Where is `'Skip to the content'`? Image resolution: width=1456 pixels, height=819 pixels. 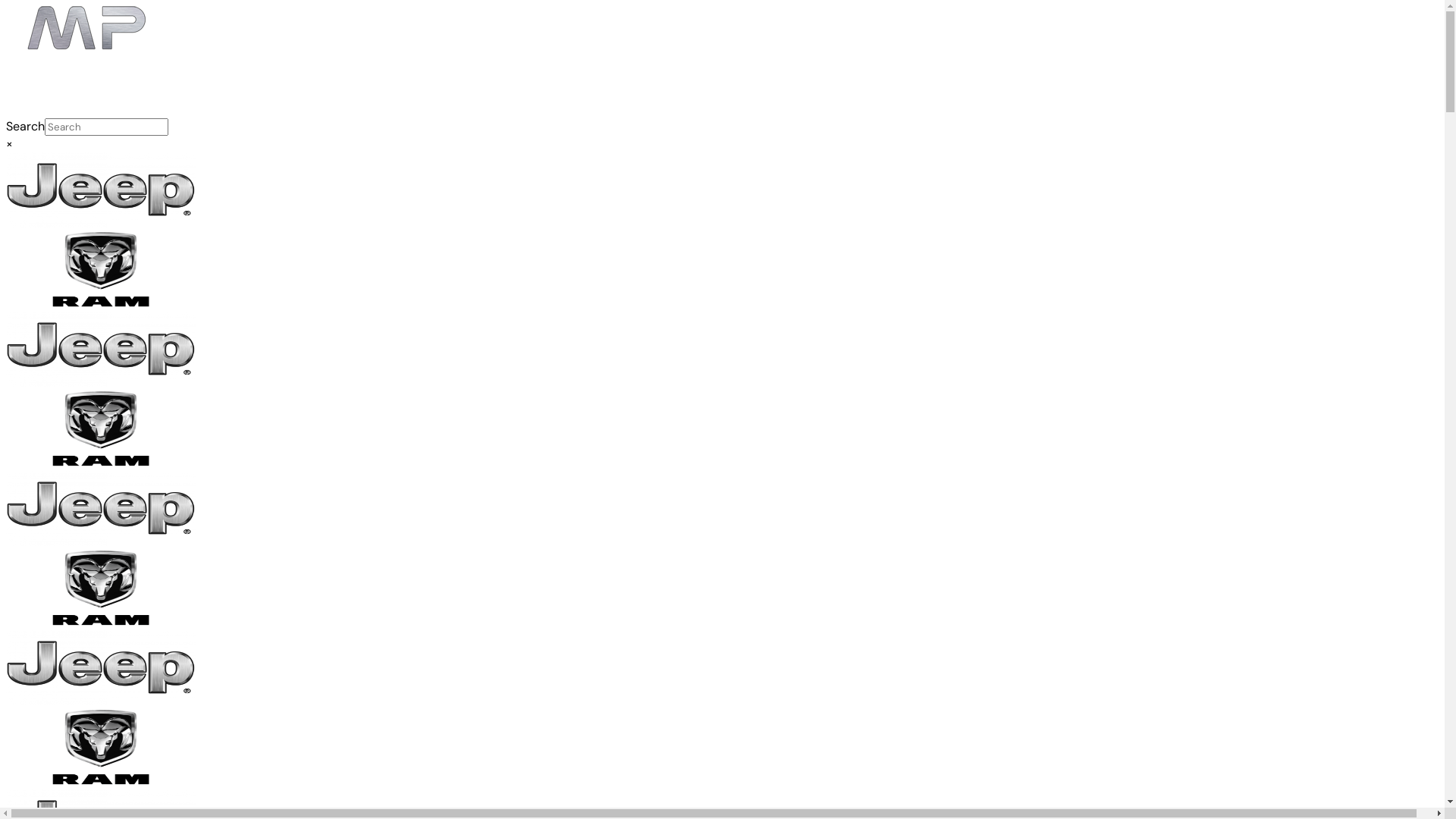 'Skip to the content' is located at coordinates (5, 5).